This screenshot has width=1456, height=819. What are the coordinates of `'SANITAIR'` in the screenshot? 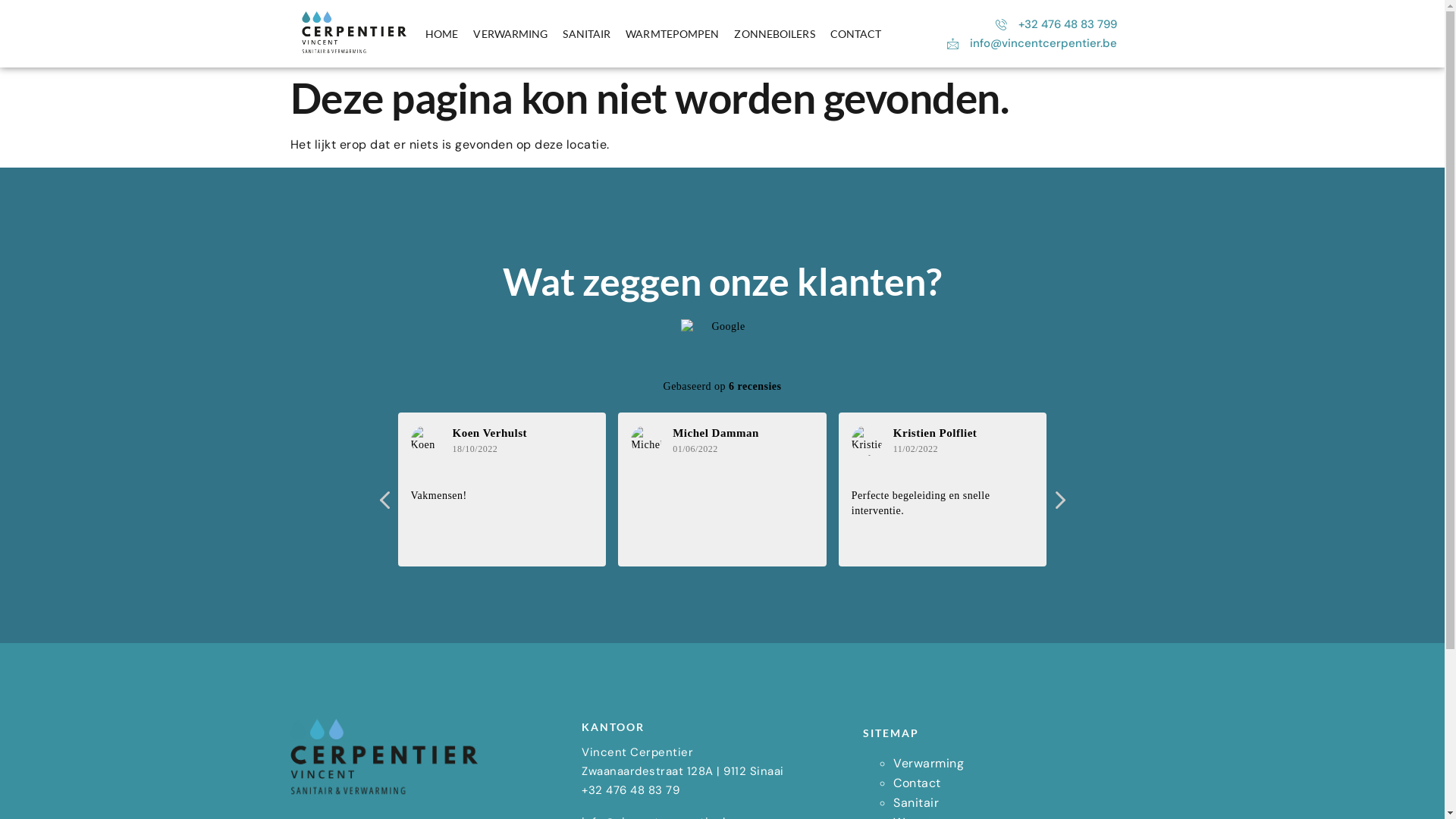 It's located at (585, 34).